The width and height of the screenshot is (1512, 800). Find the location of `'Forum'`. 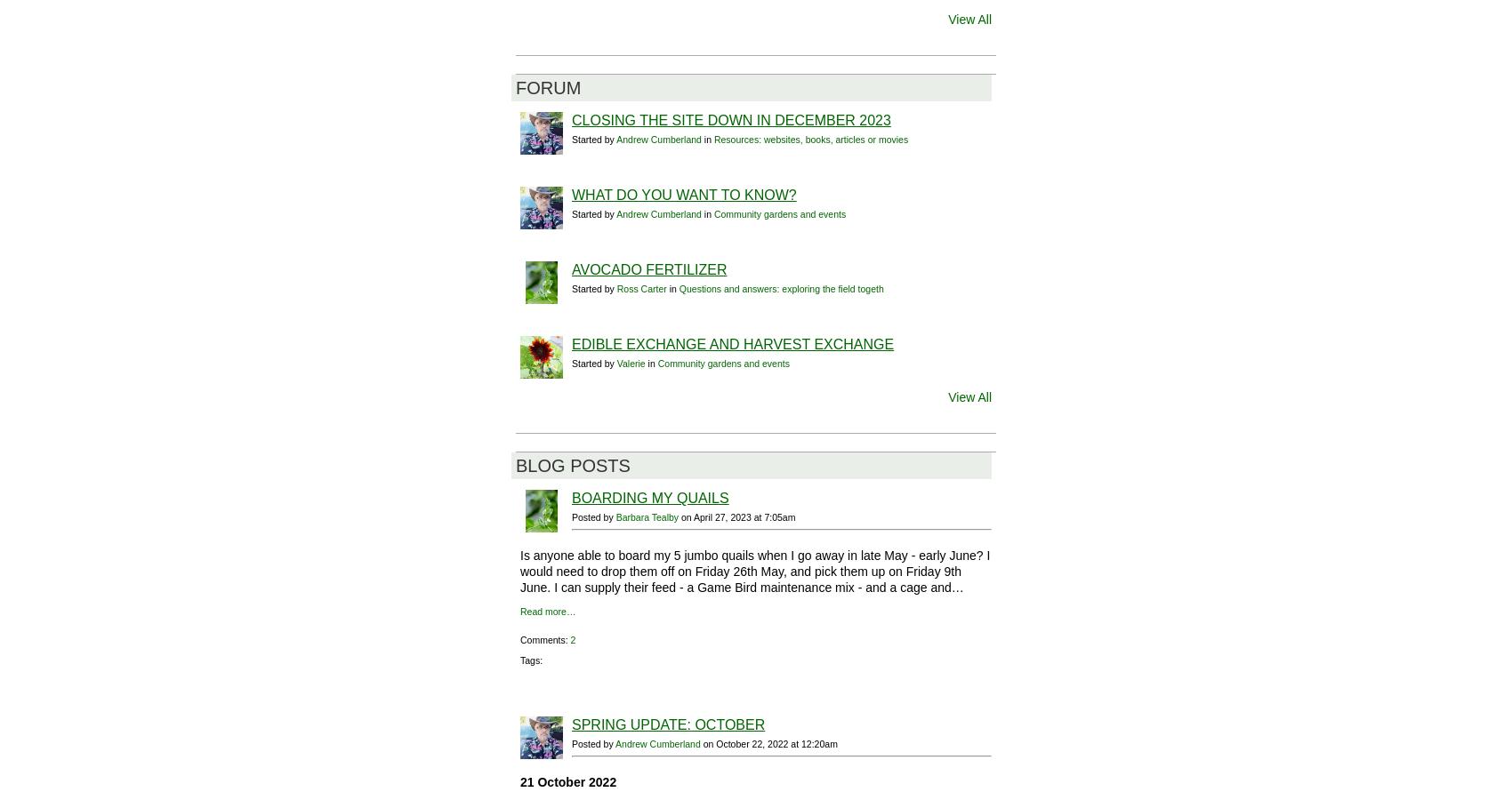

'Forum' is located at coordinates (547, 87).